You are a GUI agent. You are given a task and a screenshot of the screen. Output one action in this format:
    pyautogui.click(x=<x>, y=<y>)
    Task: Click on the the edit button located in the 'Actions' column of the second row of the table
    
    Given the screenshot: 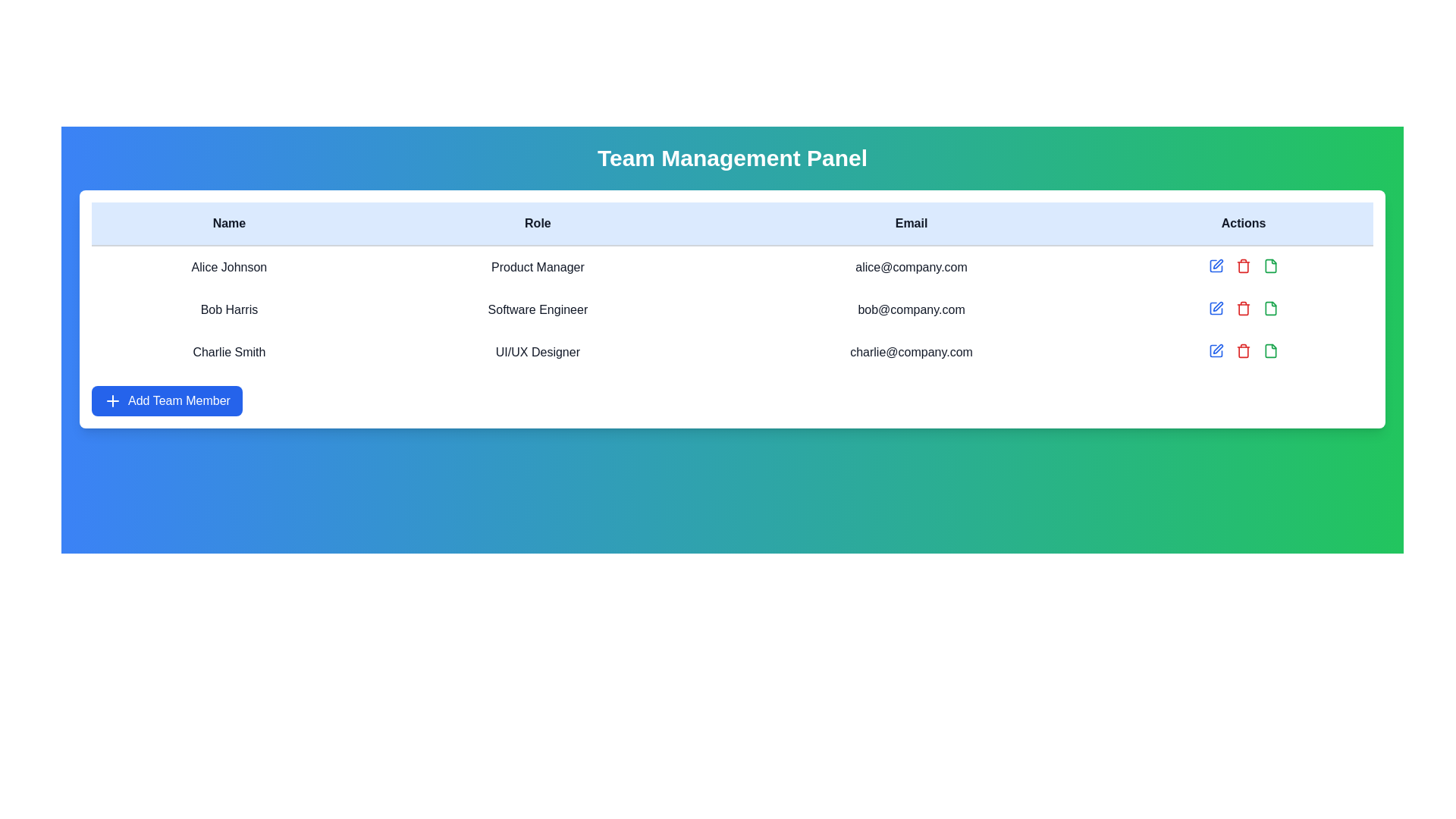 What is the action you would take?
    pyautogui.click(x=1216, y=308)
    